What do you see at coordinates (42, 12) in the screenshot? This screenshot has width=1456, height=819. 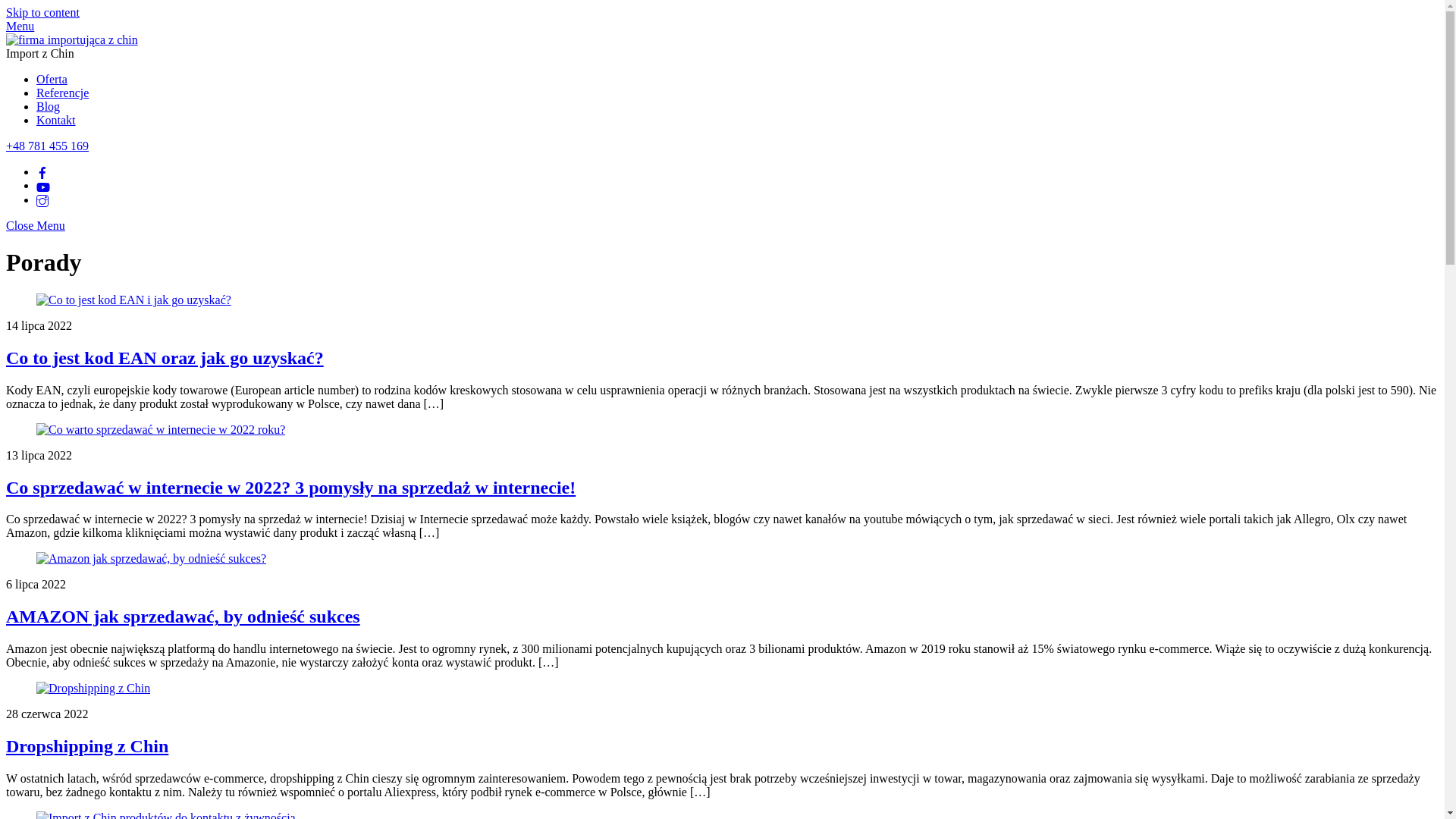 I see `'Skip to content'` at bounding box center [42, 12].